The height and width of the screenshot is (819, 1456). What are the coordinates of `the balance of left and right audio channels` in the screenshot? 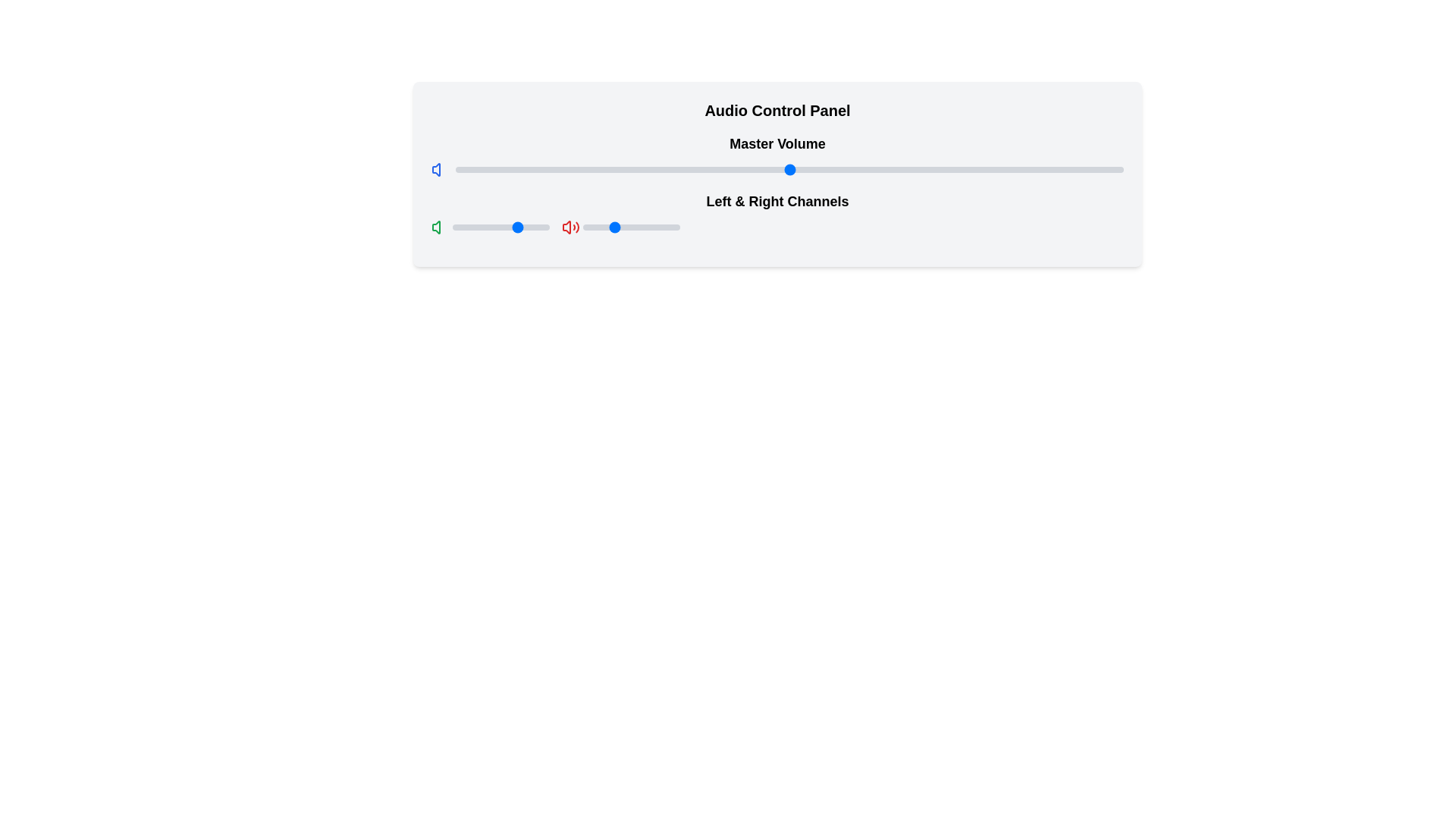 It's located at (654, 227).